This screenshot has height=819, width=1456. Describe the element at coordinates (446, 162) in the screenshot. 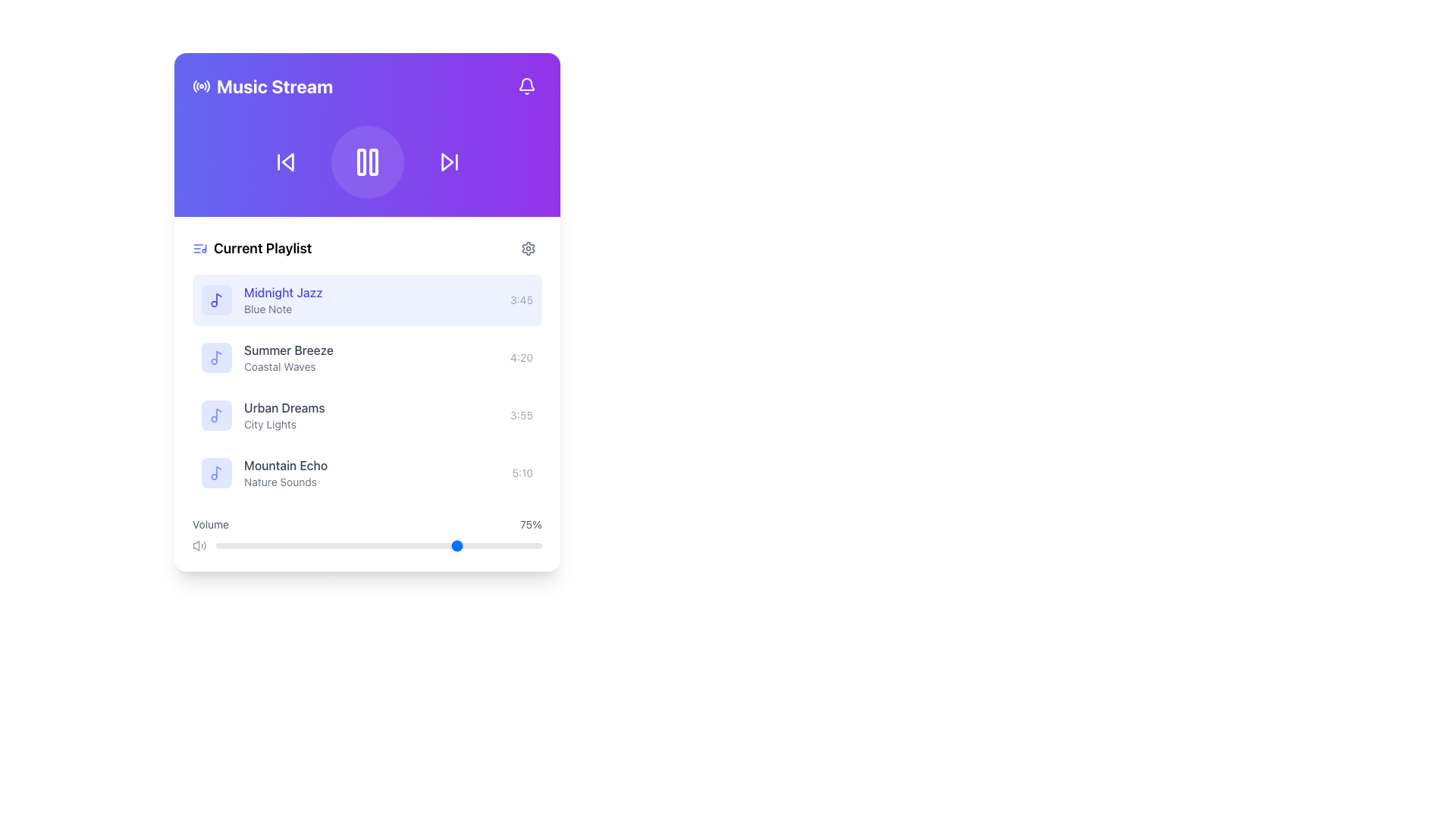

I see `the triangular-shaped vector graphic icon resembling a forward arrow, which has a purple stroke outline` at that location.